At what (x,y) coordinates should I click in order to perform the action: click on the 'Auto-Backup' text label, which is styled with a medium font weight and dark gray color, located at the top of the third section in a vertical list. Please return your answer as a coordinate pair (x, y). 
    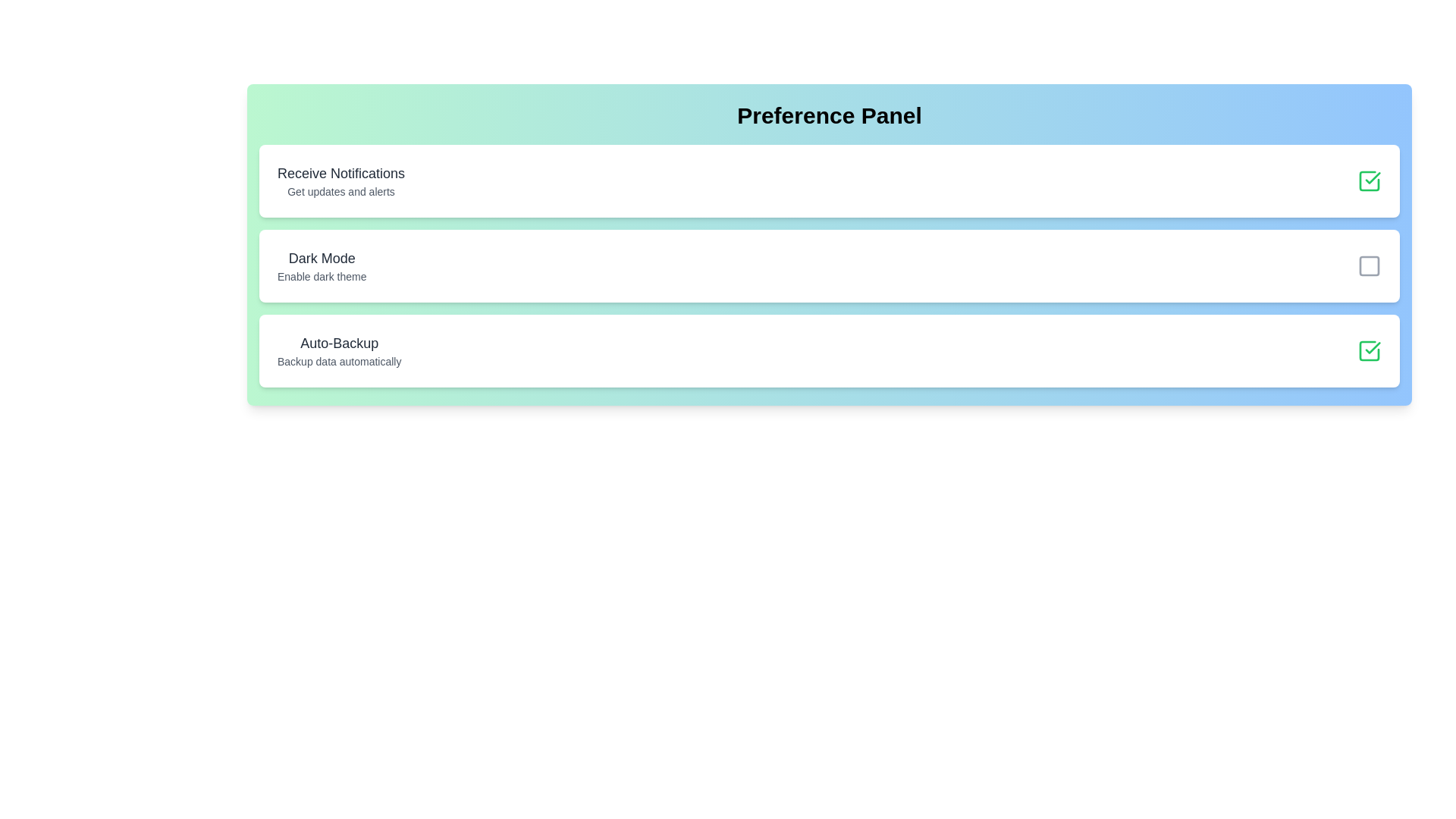
    Looking at the image, I should click on (338, 343).